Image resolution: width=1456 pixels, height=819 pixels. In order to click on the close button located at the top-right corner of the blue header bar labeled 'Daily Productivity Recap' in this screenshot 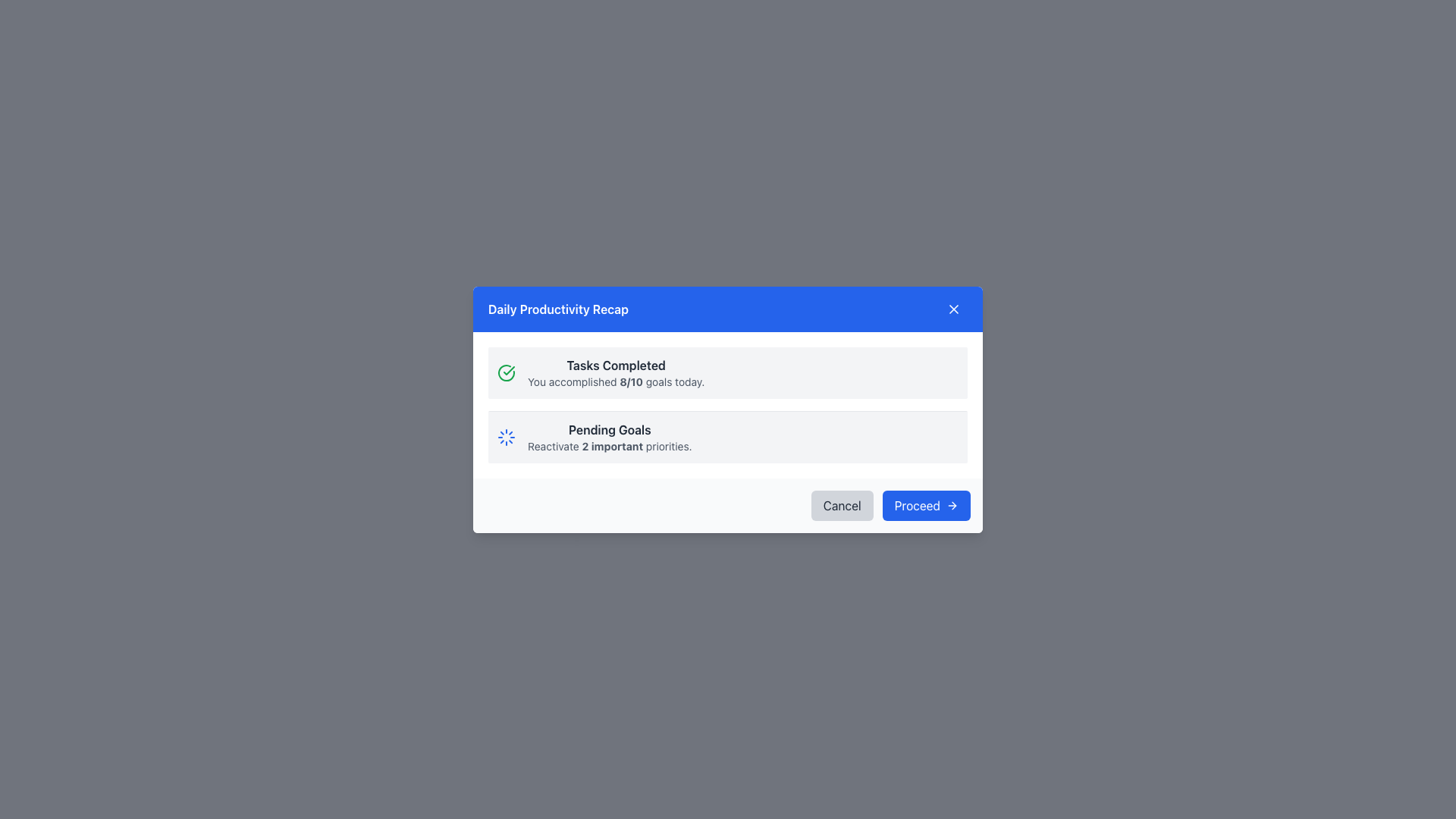, I will do `click(952, 308)`.